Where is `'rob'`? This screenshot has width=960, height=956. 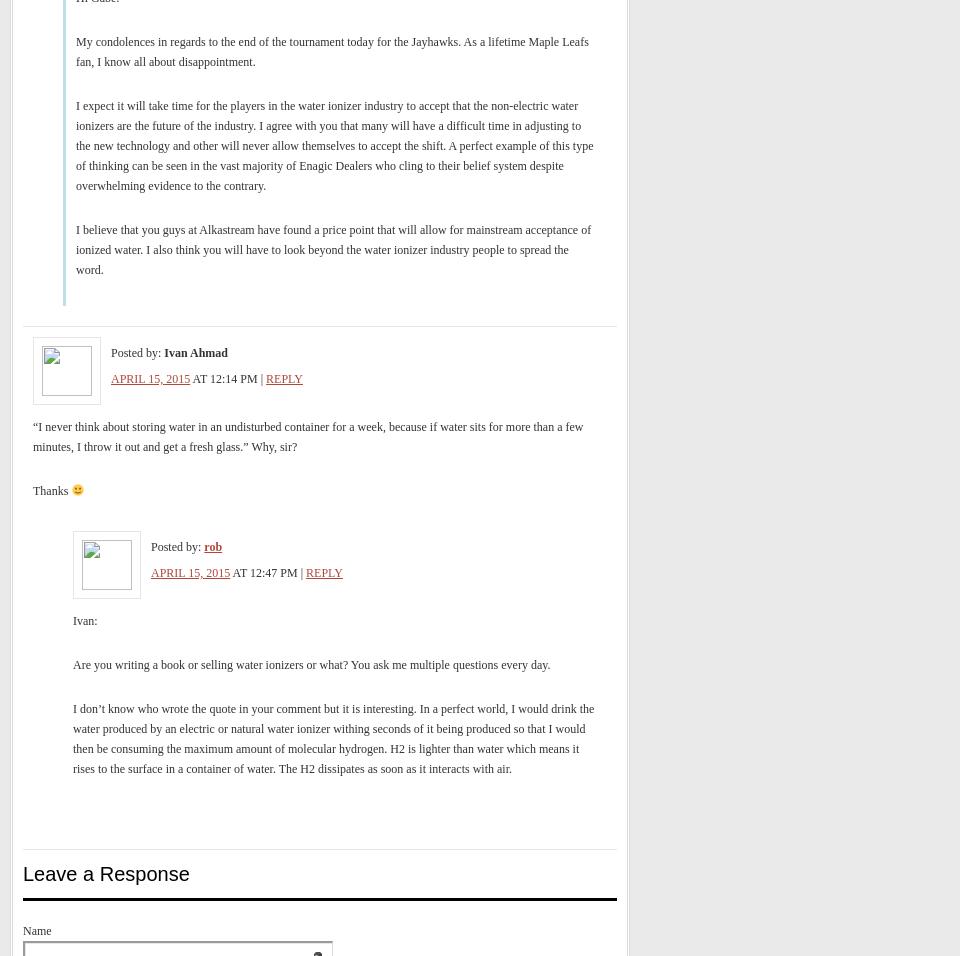 'rob' is located at coordinates (213, 546).